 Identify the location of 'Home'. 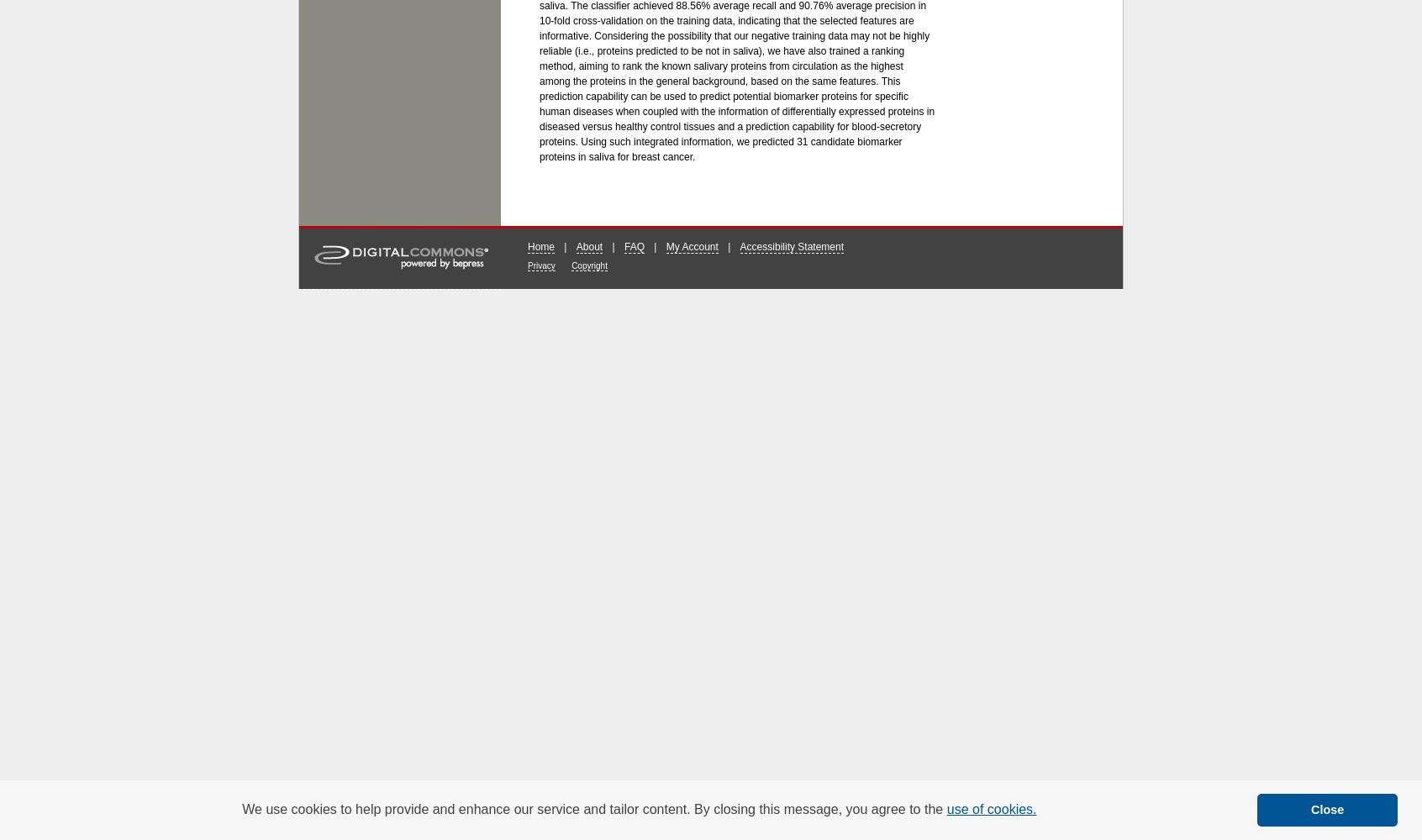
(540, 246).